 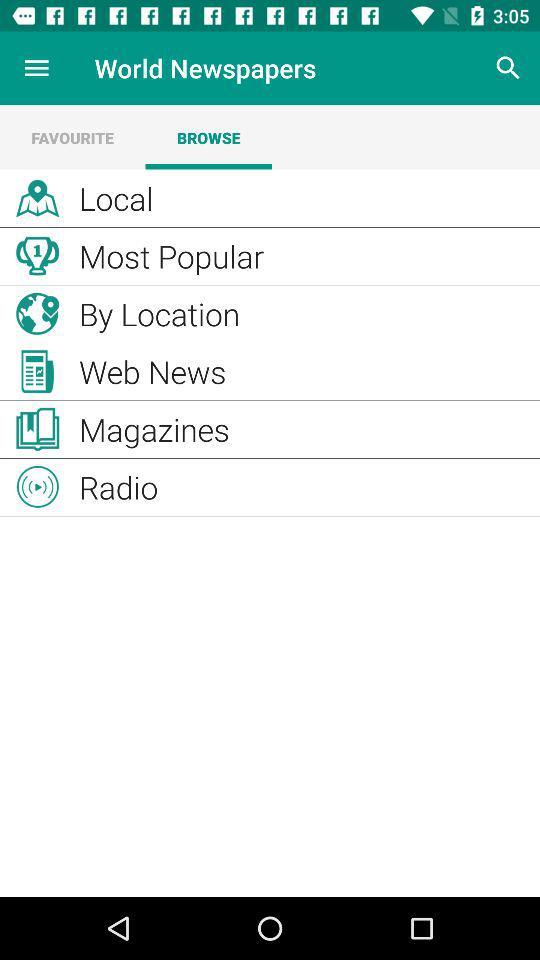 What do you see at coordinates (36, 68) in the screenshot?
I see `the item to the left of the world newspapers item` at bounding box center [36, 68].